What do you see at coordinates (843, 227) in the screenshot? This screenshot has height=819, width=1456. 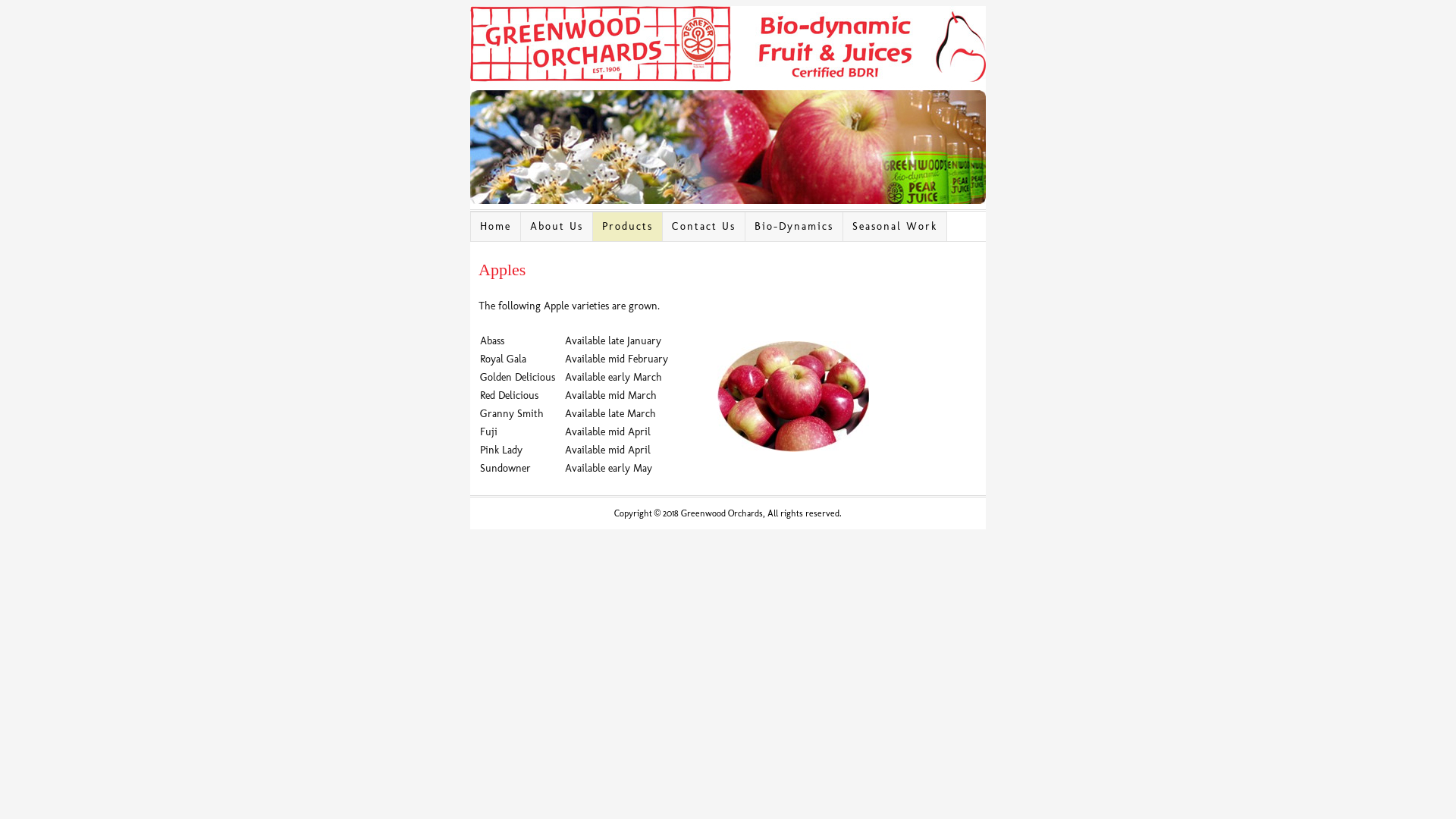 I see `'Seasonal Work'` at bounding box center [843, 227].